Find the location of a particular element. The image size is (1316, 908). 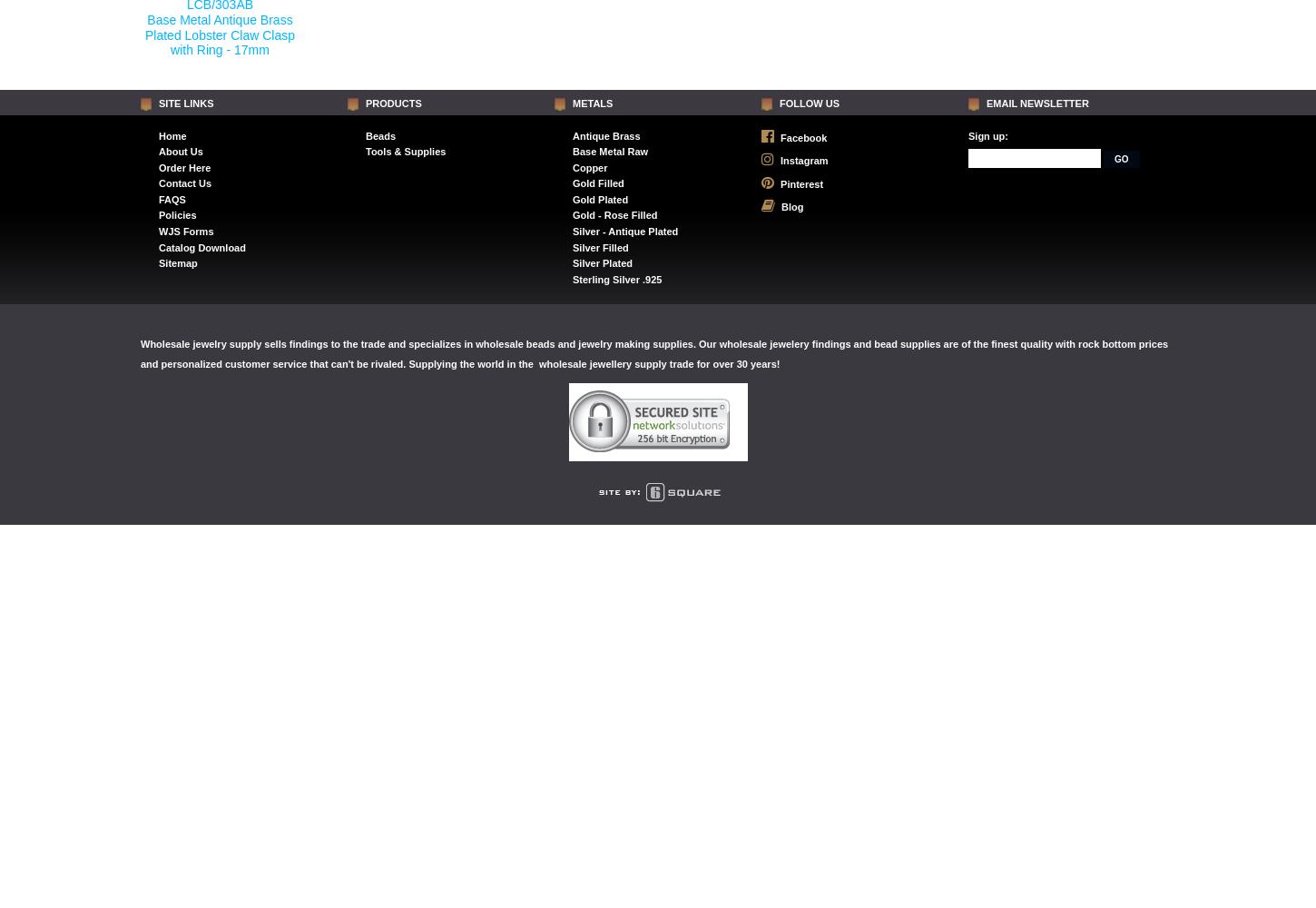

'Home' is located at coordinates (158, 135).